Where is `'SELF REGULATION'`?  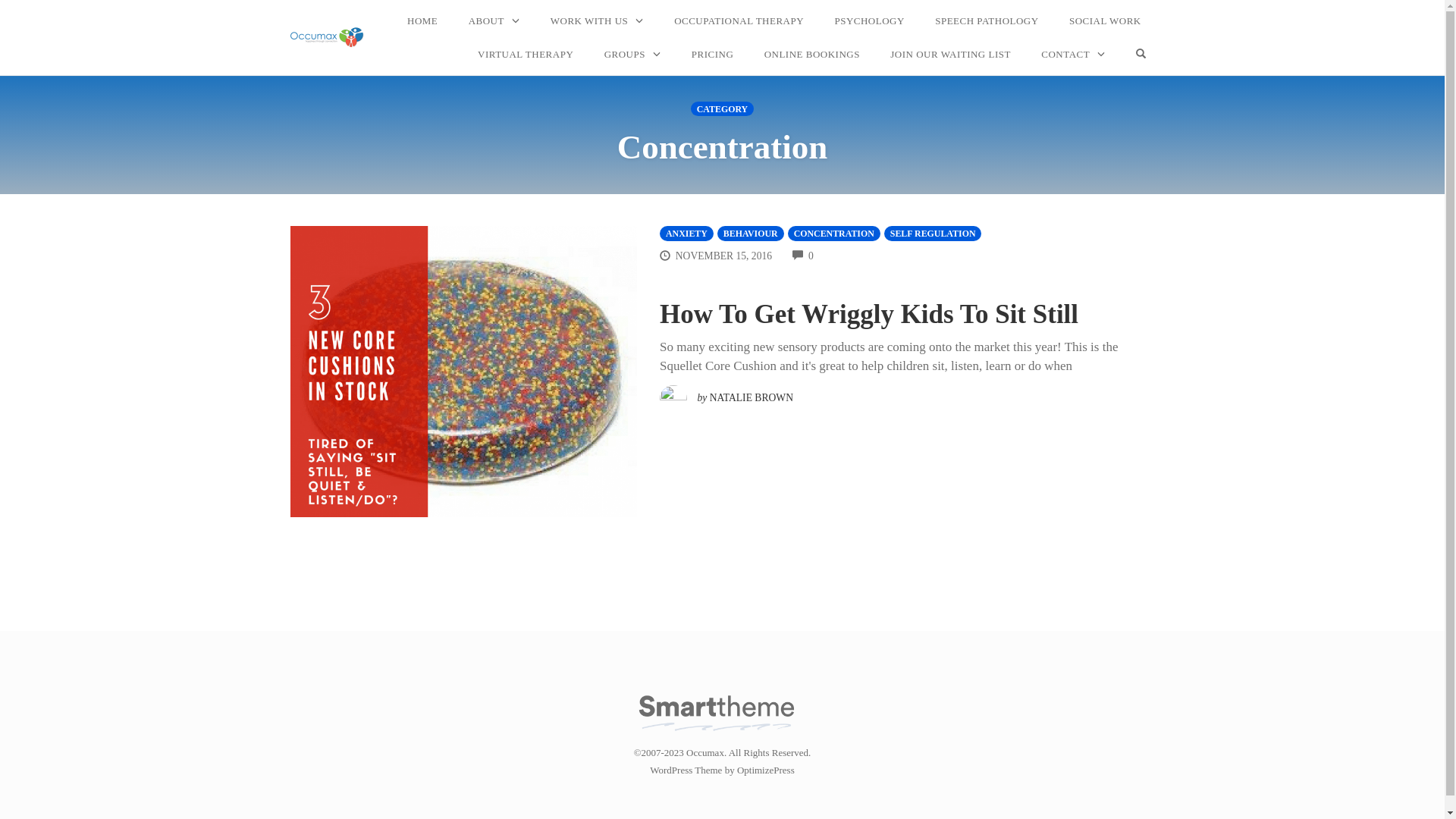
'SELF REGULATION' is located at coordinates (932, 233).